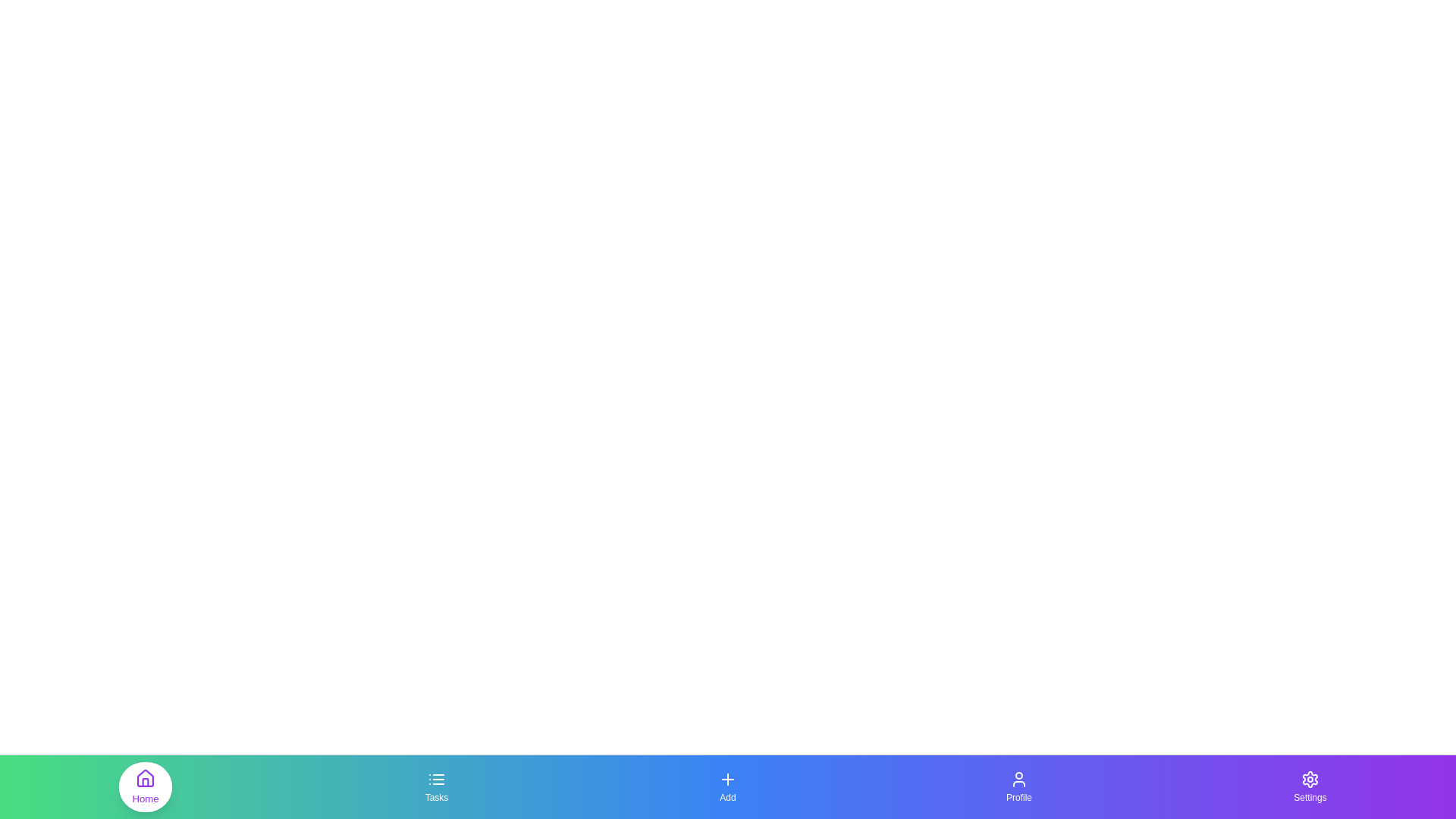  I want to click on the Home navigation tab to change the active section, so click(146, 786).